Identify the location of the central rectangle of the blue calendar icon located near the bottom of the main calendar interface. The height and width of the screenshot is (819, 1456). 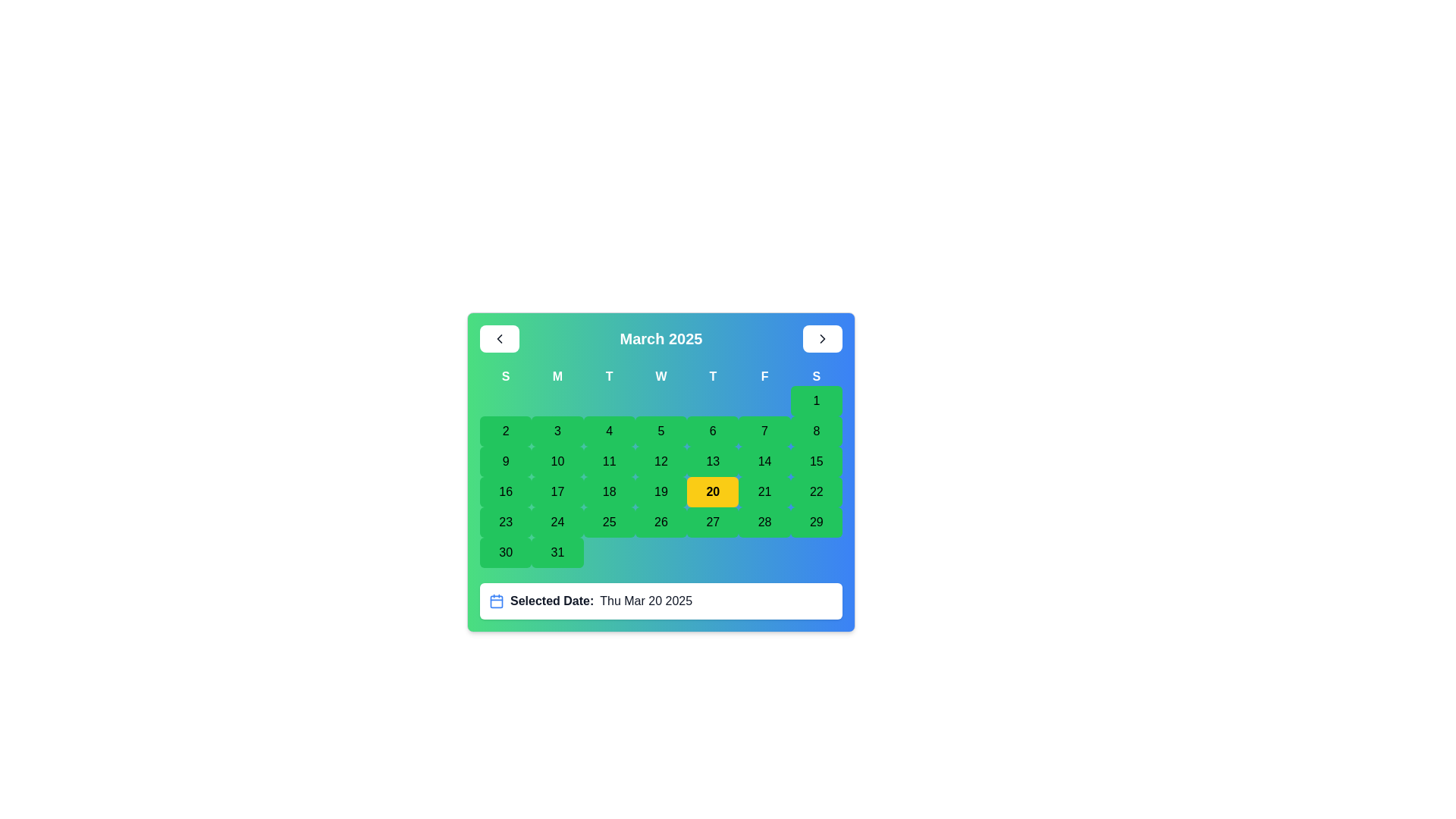
(496, 601).